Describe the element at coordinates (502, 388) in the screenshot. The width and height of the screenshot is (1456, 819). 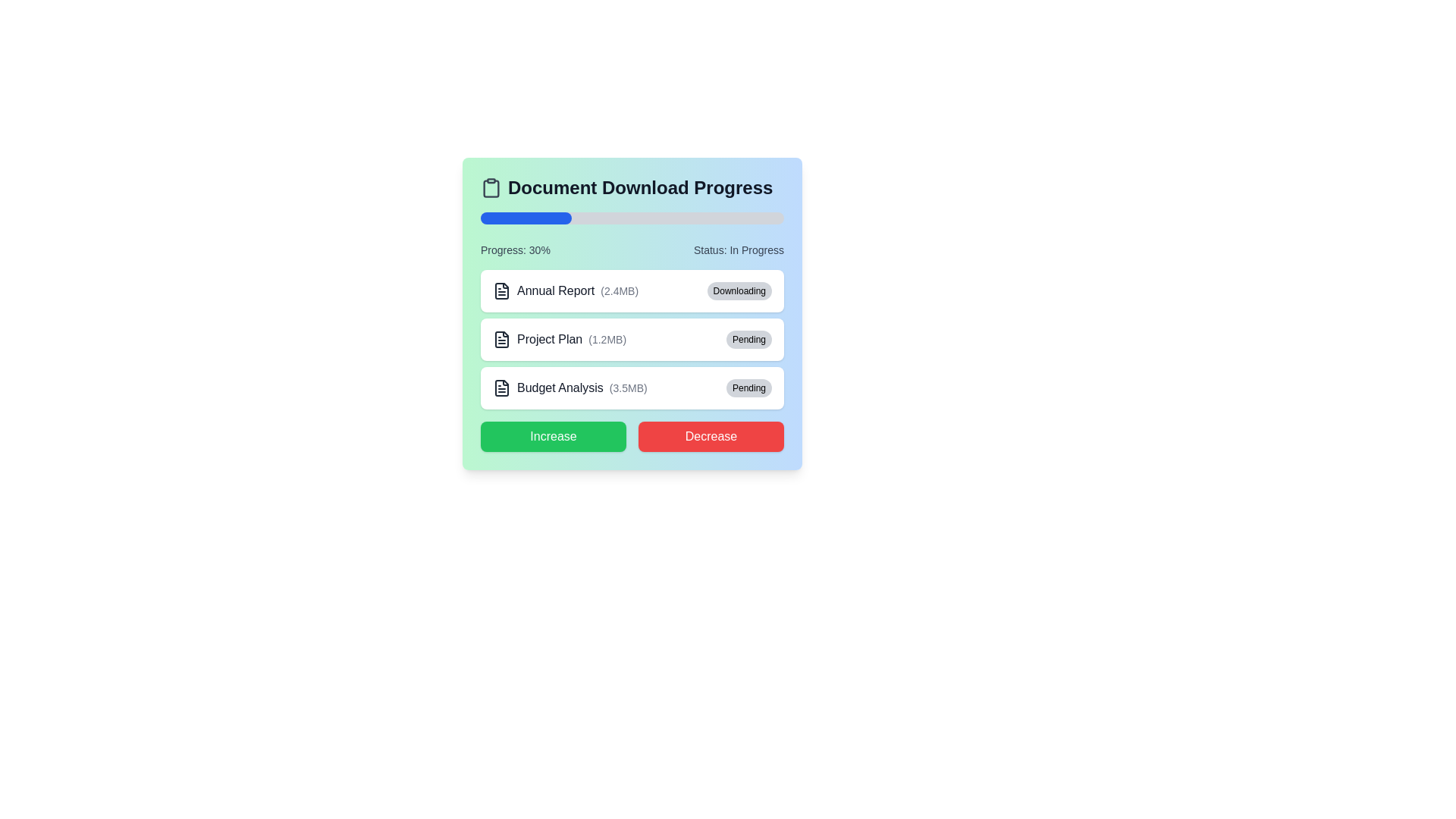
I see `the file icon representing the document titled 'Budget Analysis', located next to the text label 'Budget Analysis (3.5MB)' in the third row of the downloadable items list` at that location.